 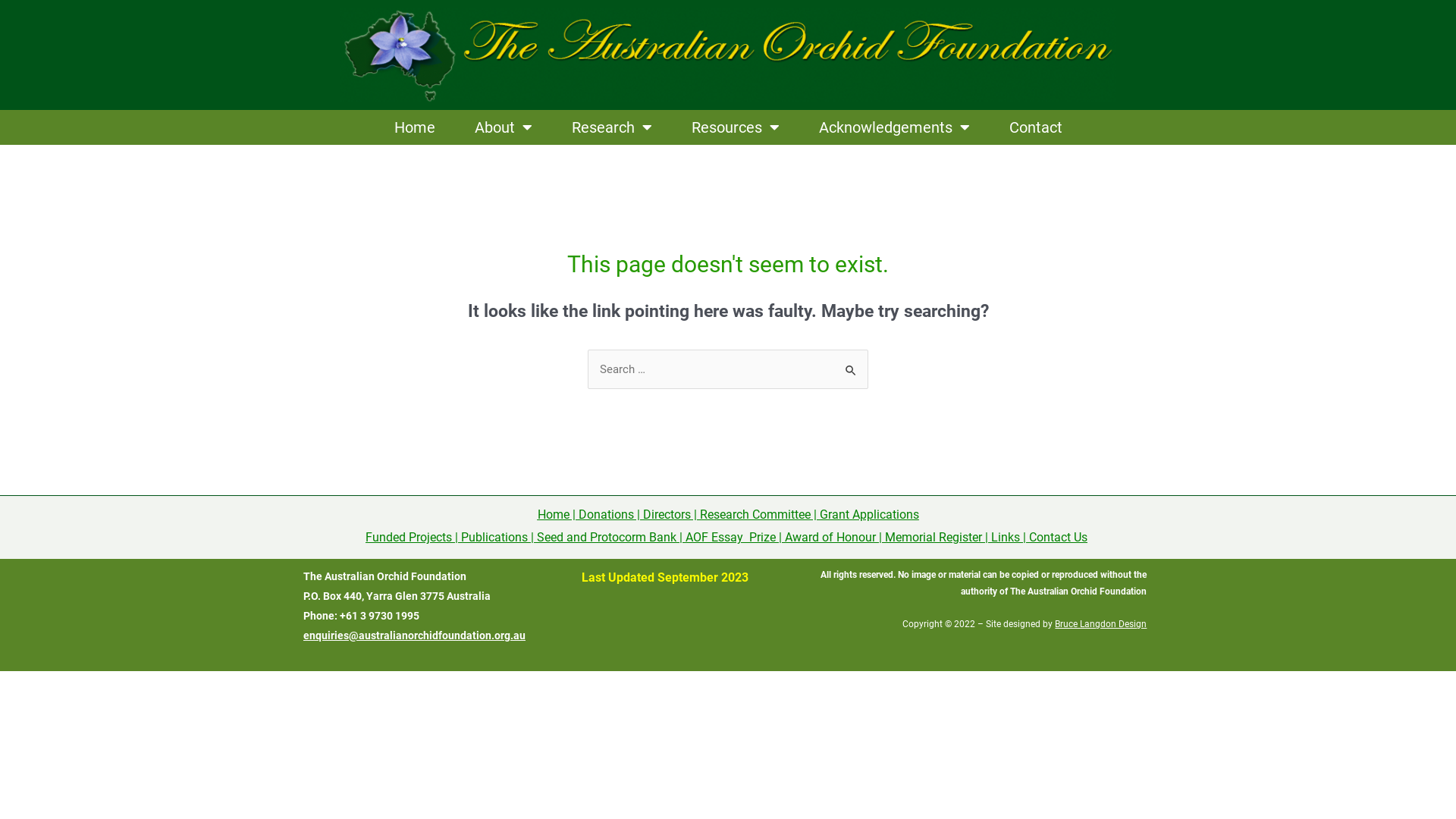 I want to click on 'Grant Applications', so click(x=868, y=513).